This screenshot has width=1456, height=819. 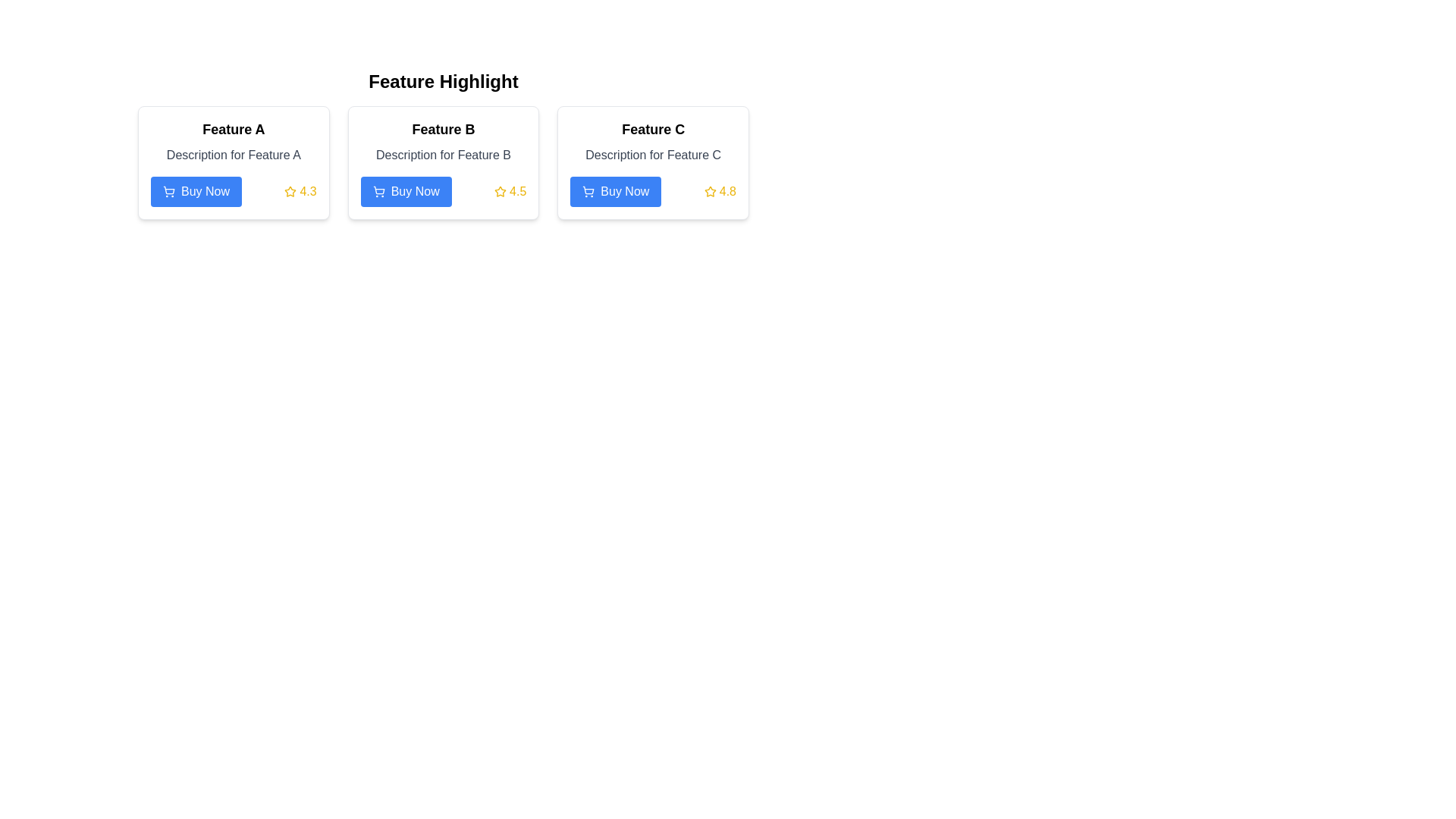 I want to click on the shopping cart icon within the 'Buy Now' button on the card labeled 'Feature C', which is the third icon from the left, so click(x=588, y=191).